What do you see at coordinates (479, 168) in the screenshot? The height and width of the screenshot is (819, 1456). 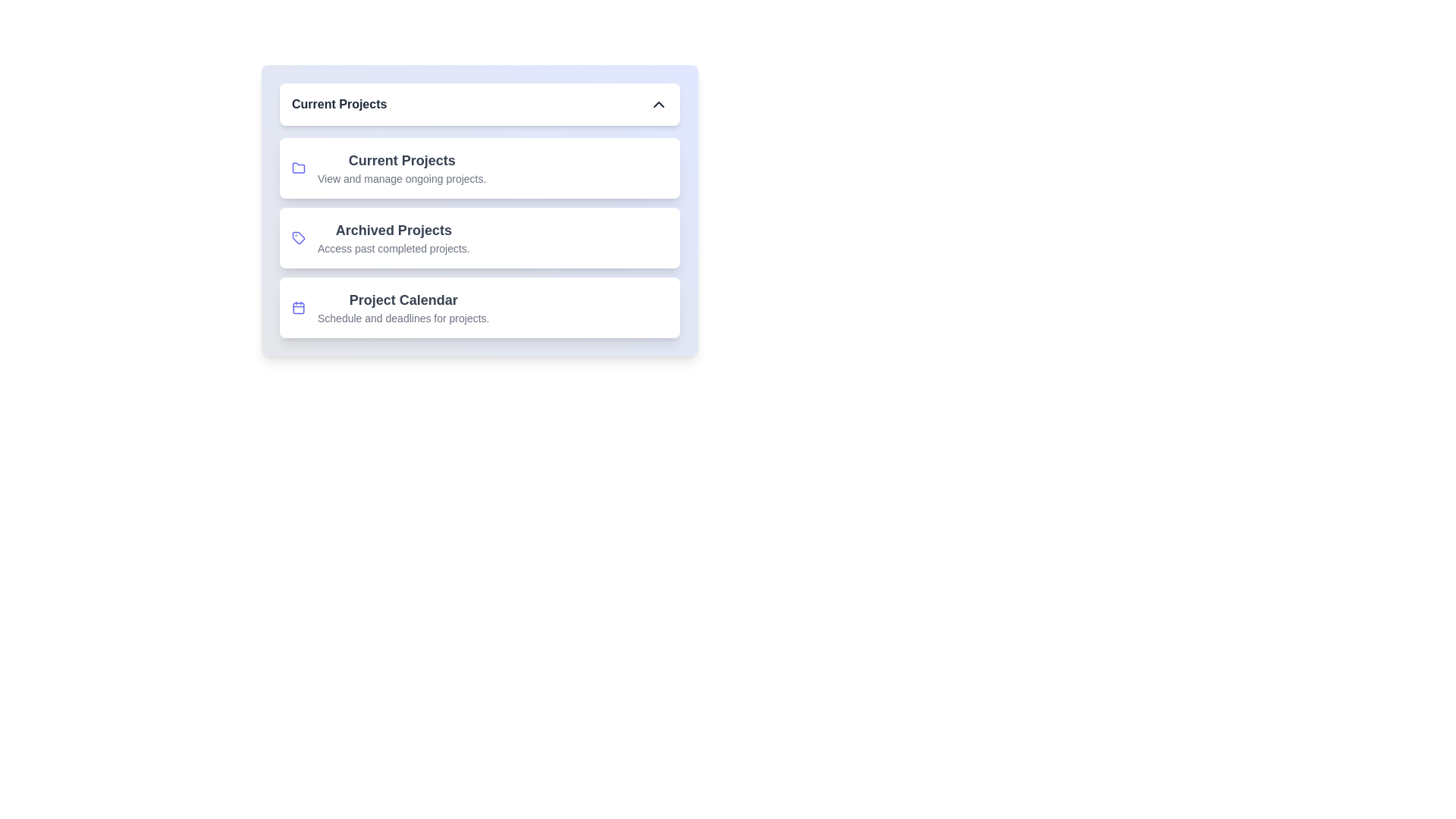 I see `the project item Current Projects from the navigation menu` at bounding box center [479, 168].